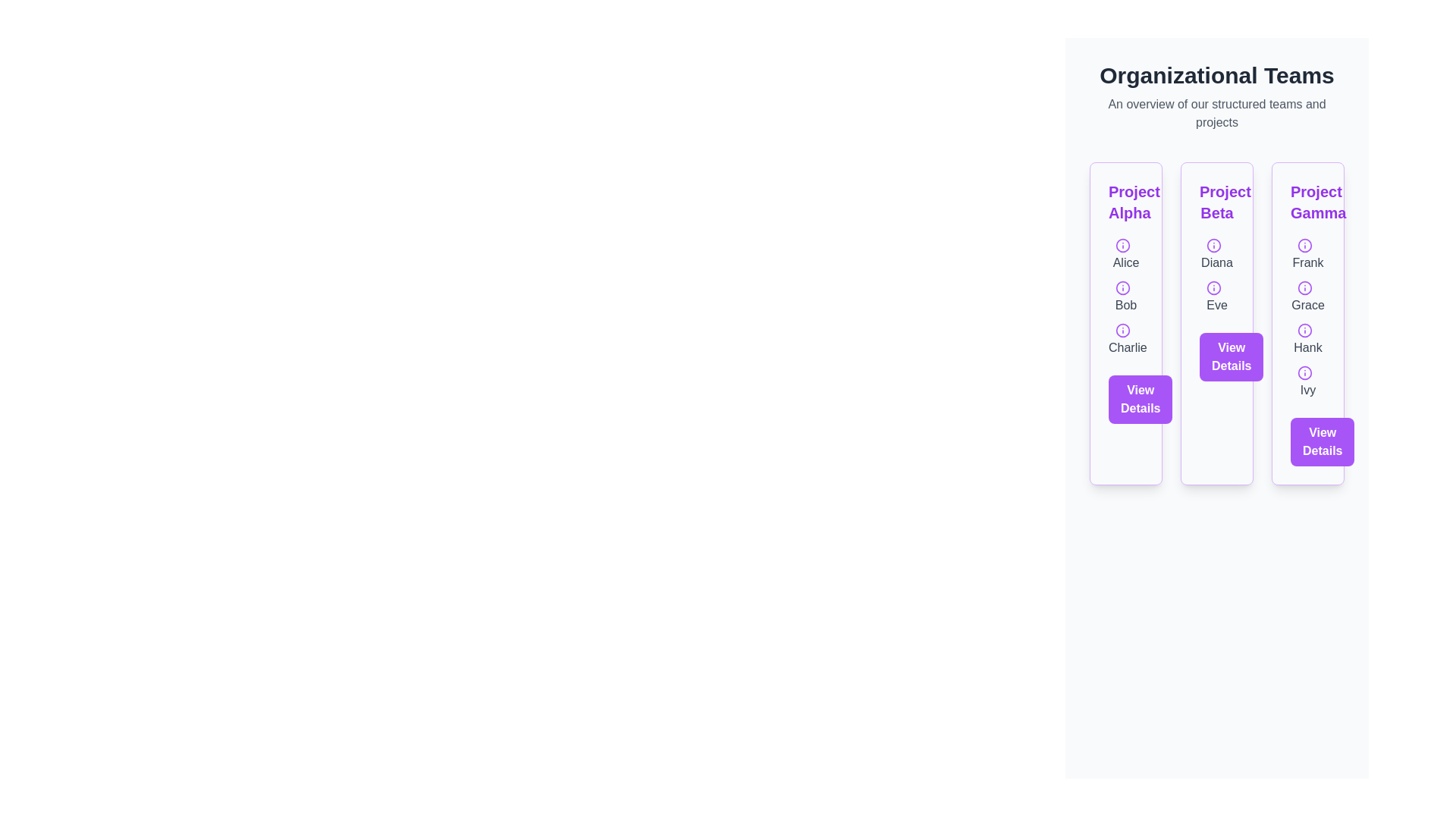 The image size is (1456, 819). What do you see at coordinates (1123, 244) in the screenshot?
I see `the informational icon associated with 'Alice' in the 'Project Alpha' section` at bounding box center [1123, 244].